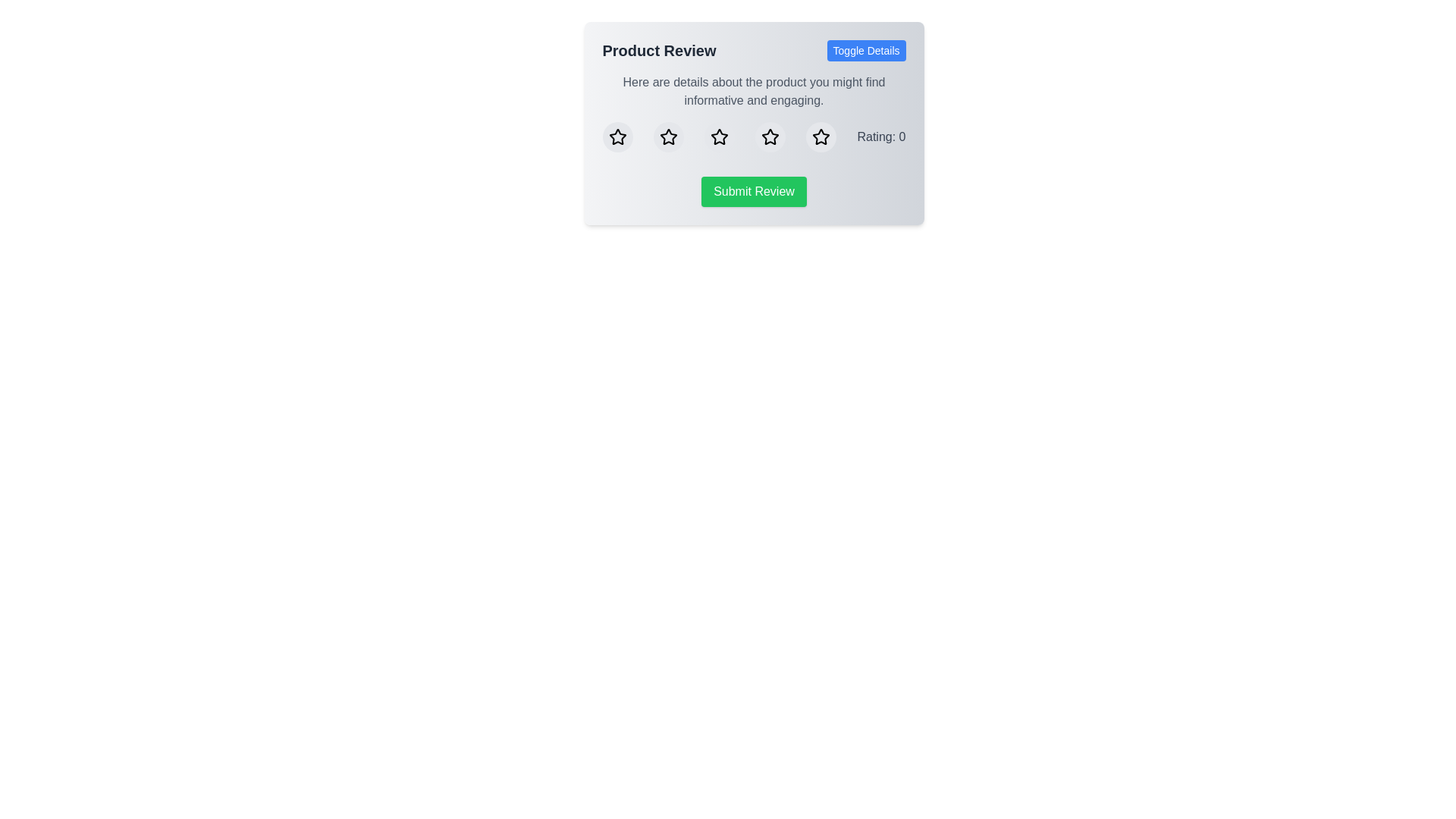 This screenshot has width=1456, height=819. Describe the element at coordinates (753, 191) in the screenshot. I see `the 'Submit Review' button to submit the review` at that location.